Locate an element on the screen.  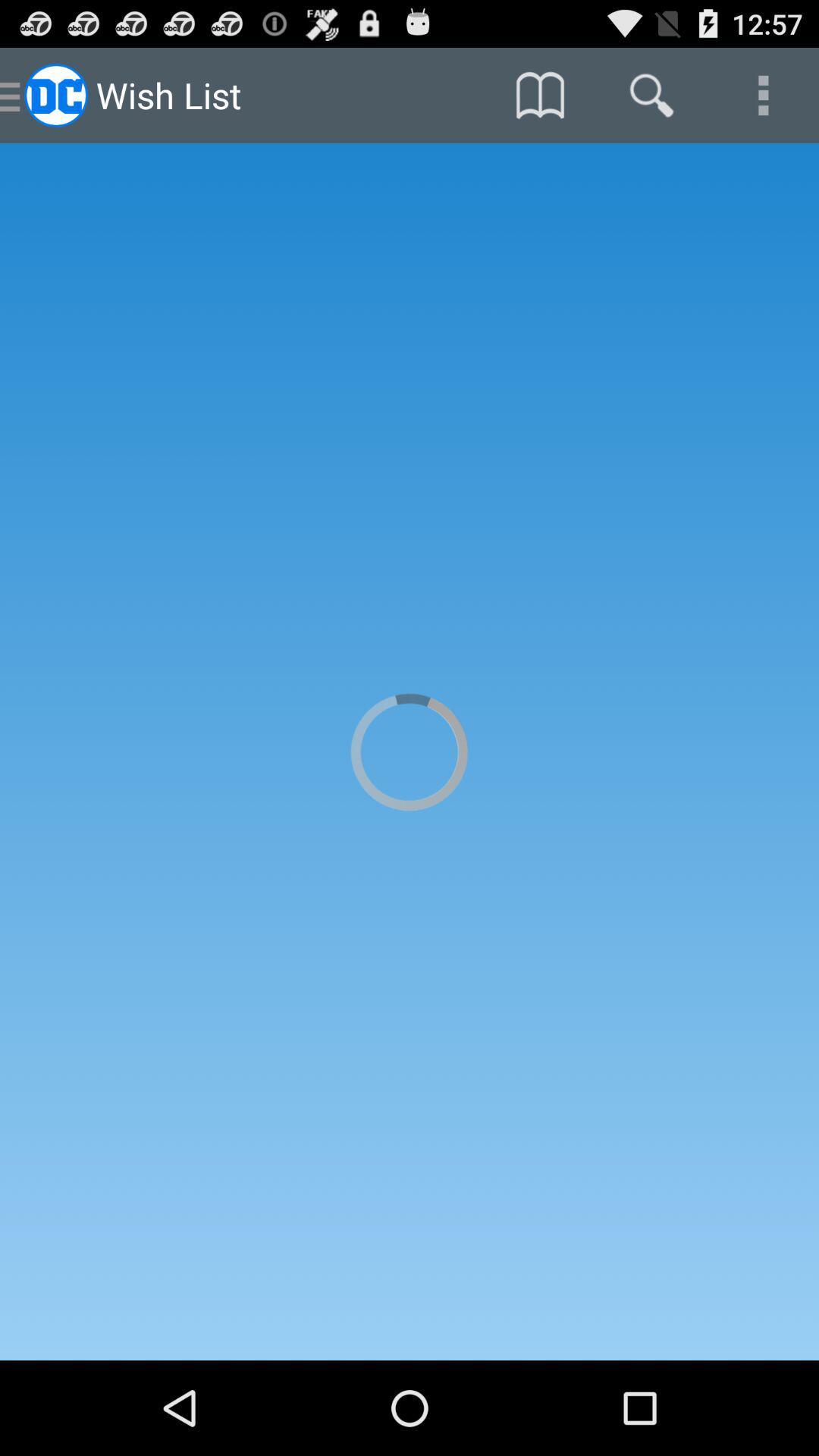
item next to wish list item is located at coordinates (539, 94).